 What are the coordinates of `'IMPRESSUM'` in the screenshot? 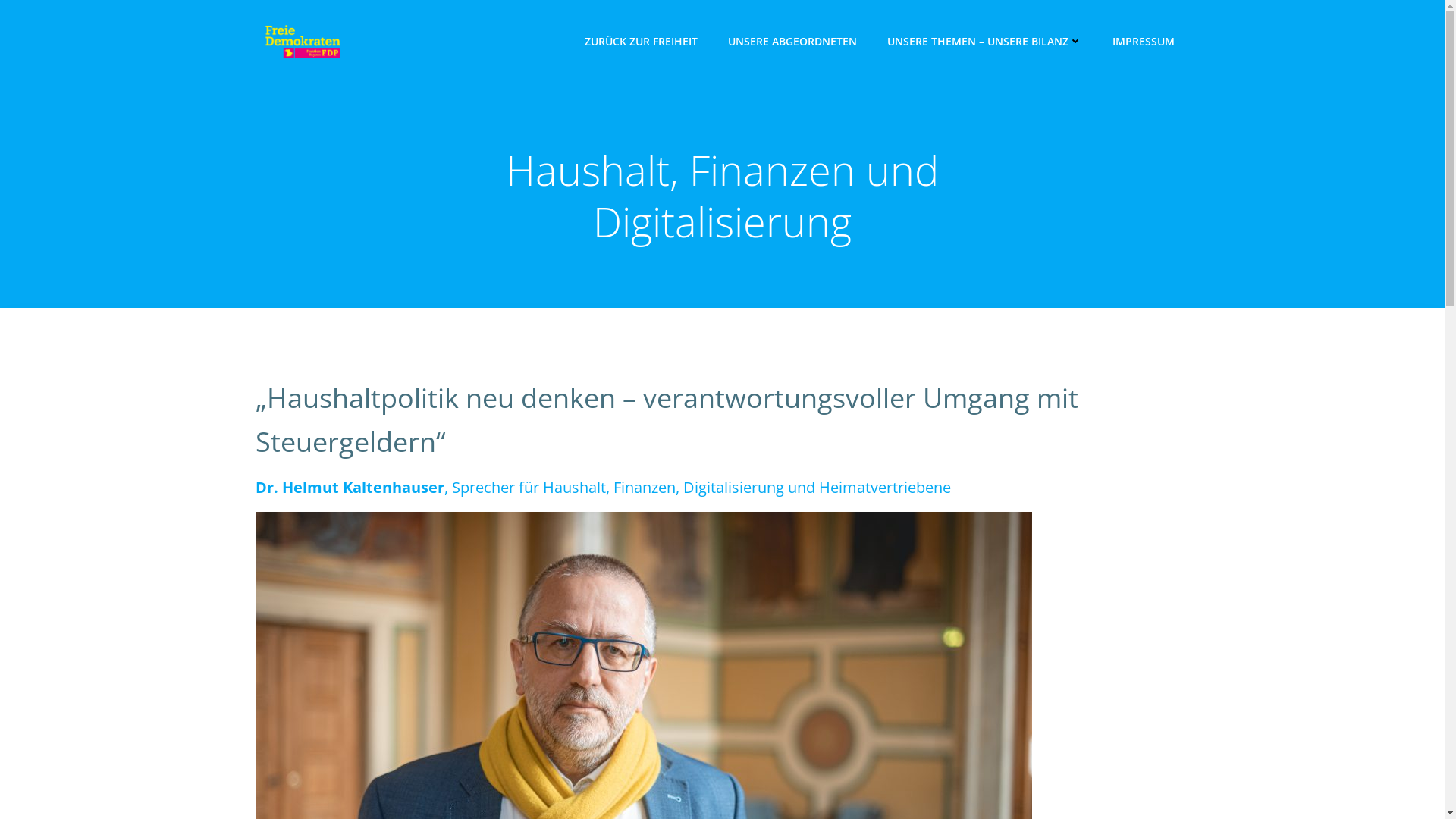 It's located at (1143, 40).